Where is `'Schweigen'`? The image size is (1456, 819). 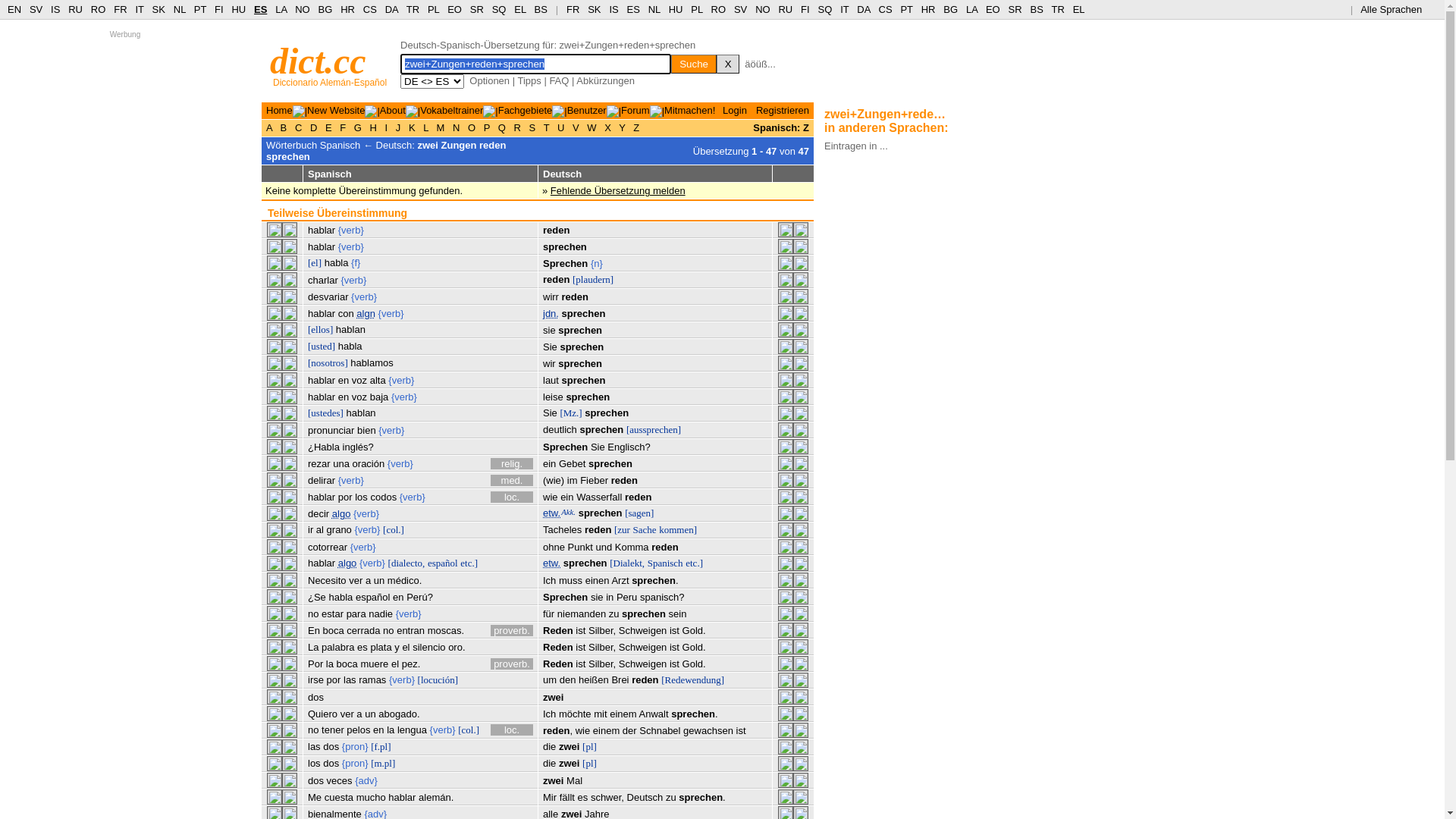 'Schweigen' is located at coordinates (643, 663).